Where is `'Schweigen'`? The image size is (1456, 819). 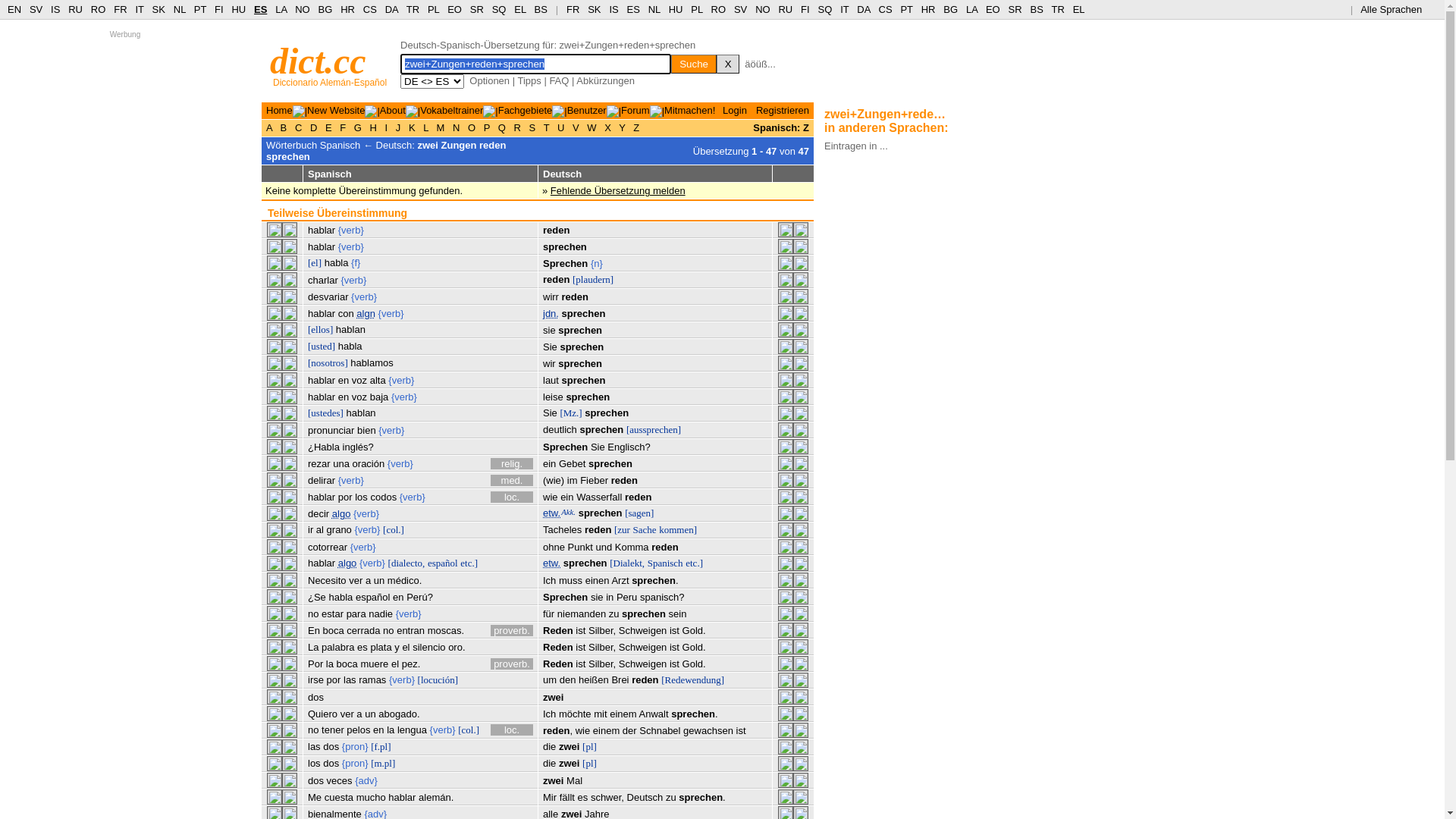 'Schweigen' is located at coordinates (643, 663).